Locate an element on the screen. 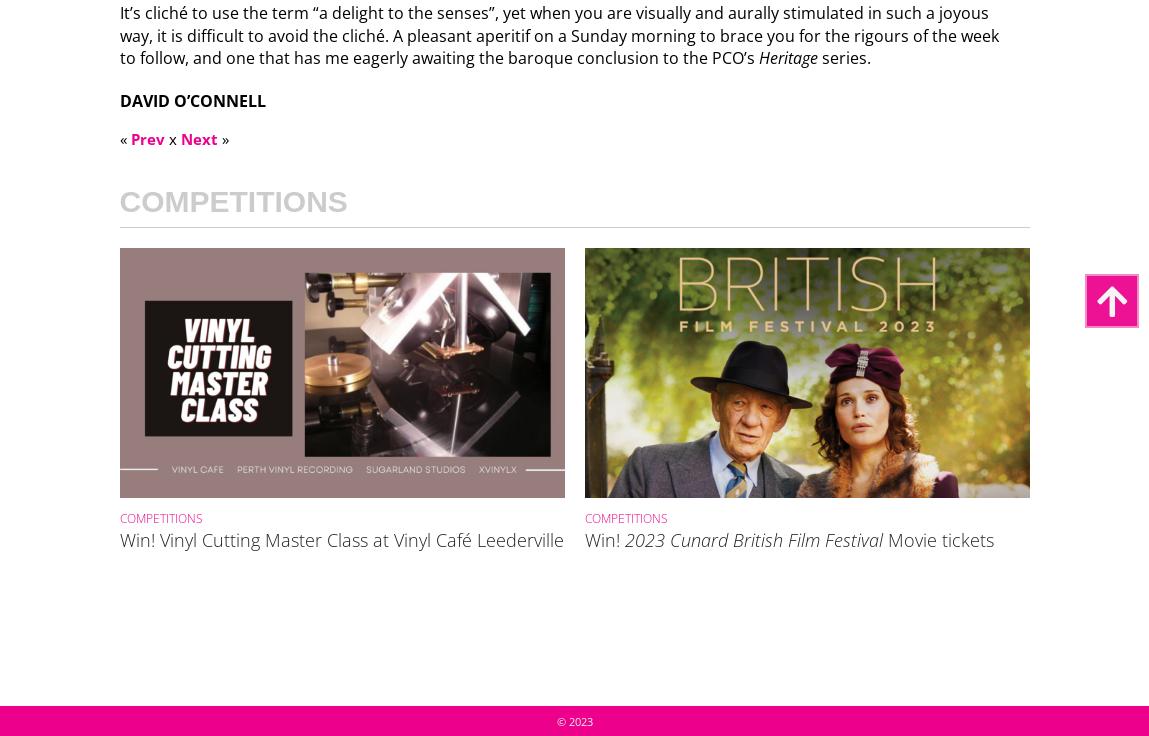 This screenshot has width=1149, height=736. '2023 Cunard British Film Festival' is located at coordinates (753, 538).